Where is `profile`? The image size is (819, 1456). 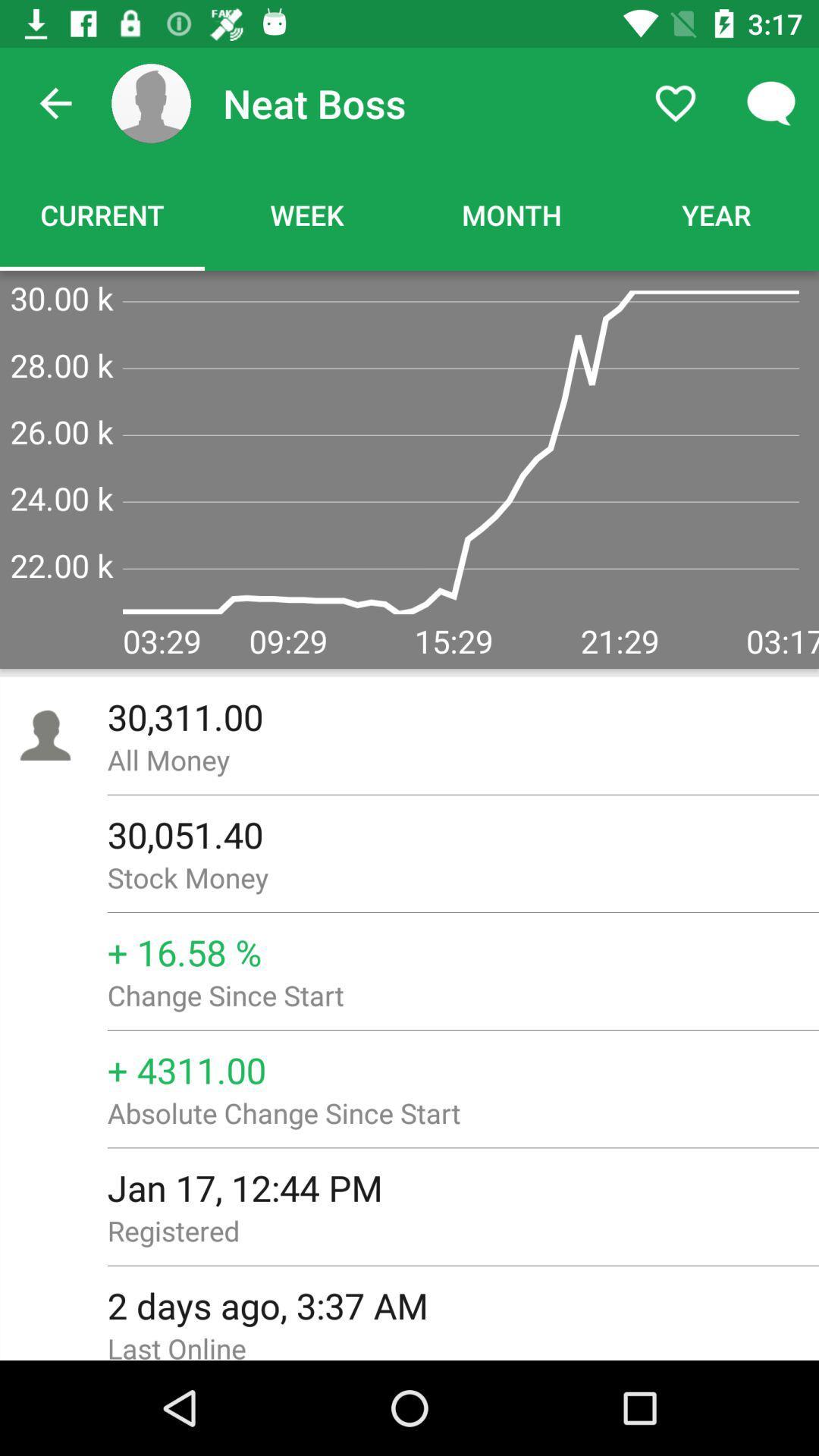
profile is located at coordinates (151, 102).